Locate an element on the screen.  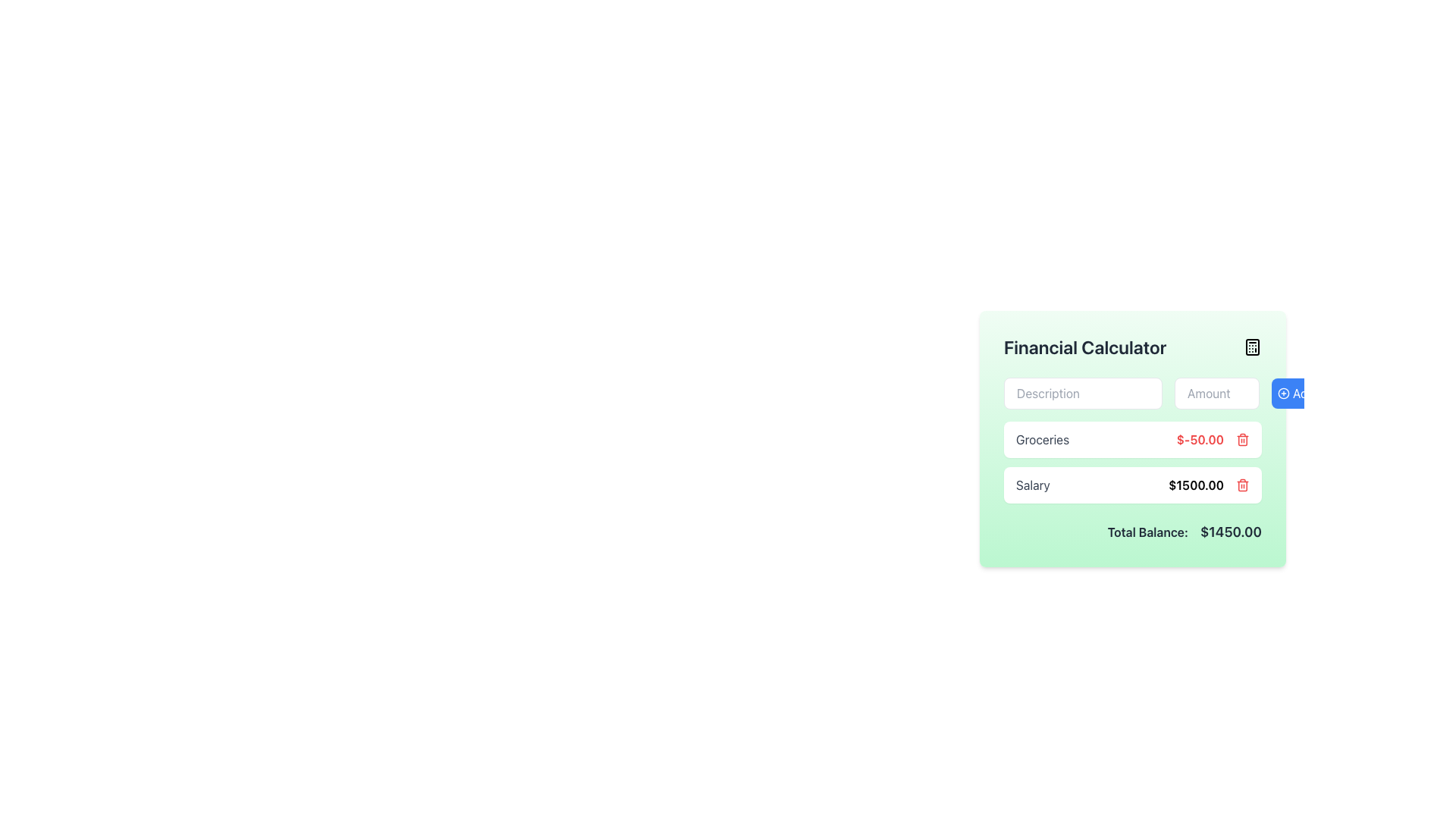
the calculator icon located to the right of the 'Financial Calculator' title is located at coordinates (1252, 347).